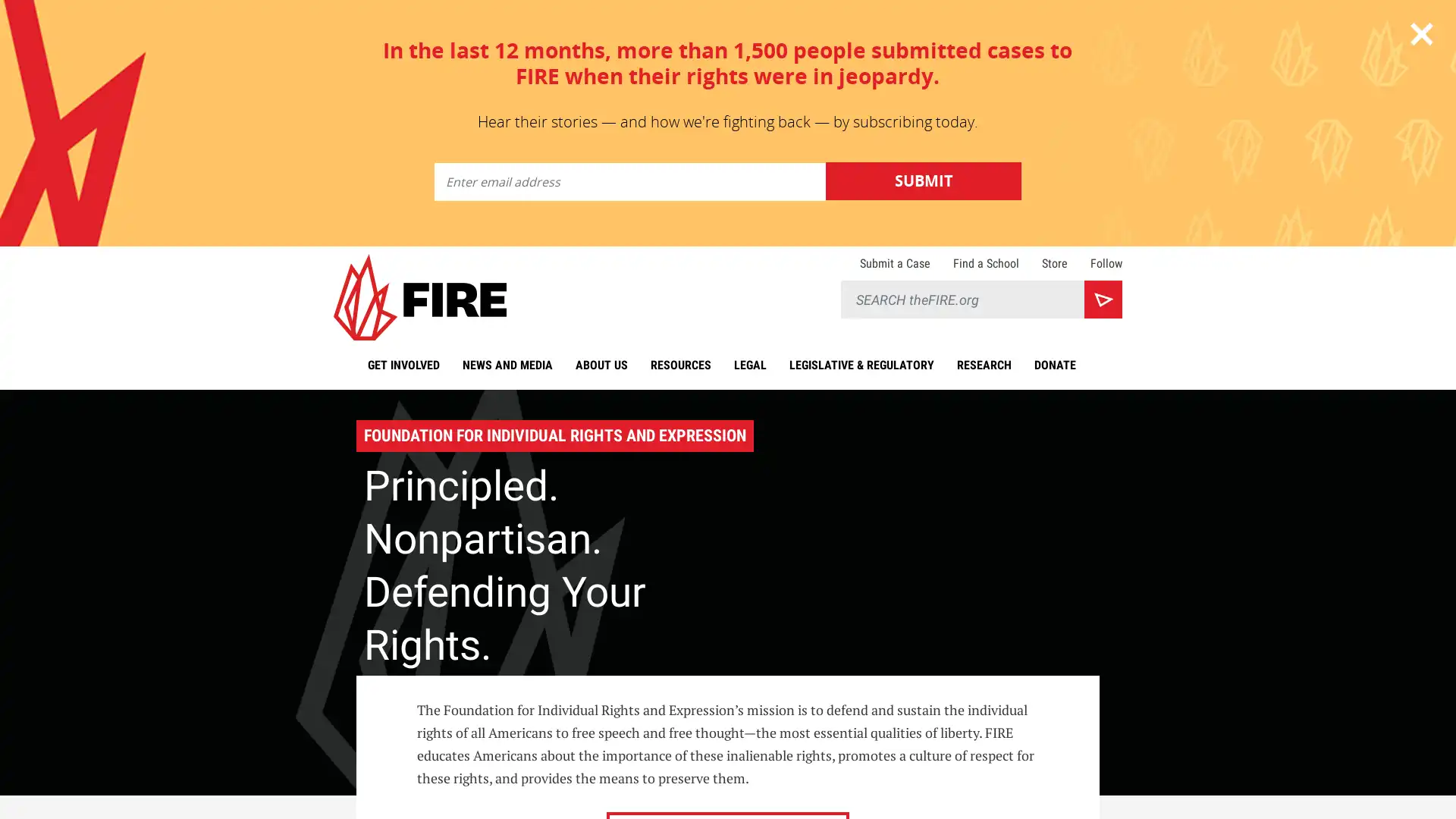 Image resolution: width=1456 pixels, height=819 pixels. Describe the element at coordinates (923, 180) in the screenshot. I see `Submit` at that location.